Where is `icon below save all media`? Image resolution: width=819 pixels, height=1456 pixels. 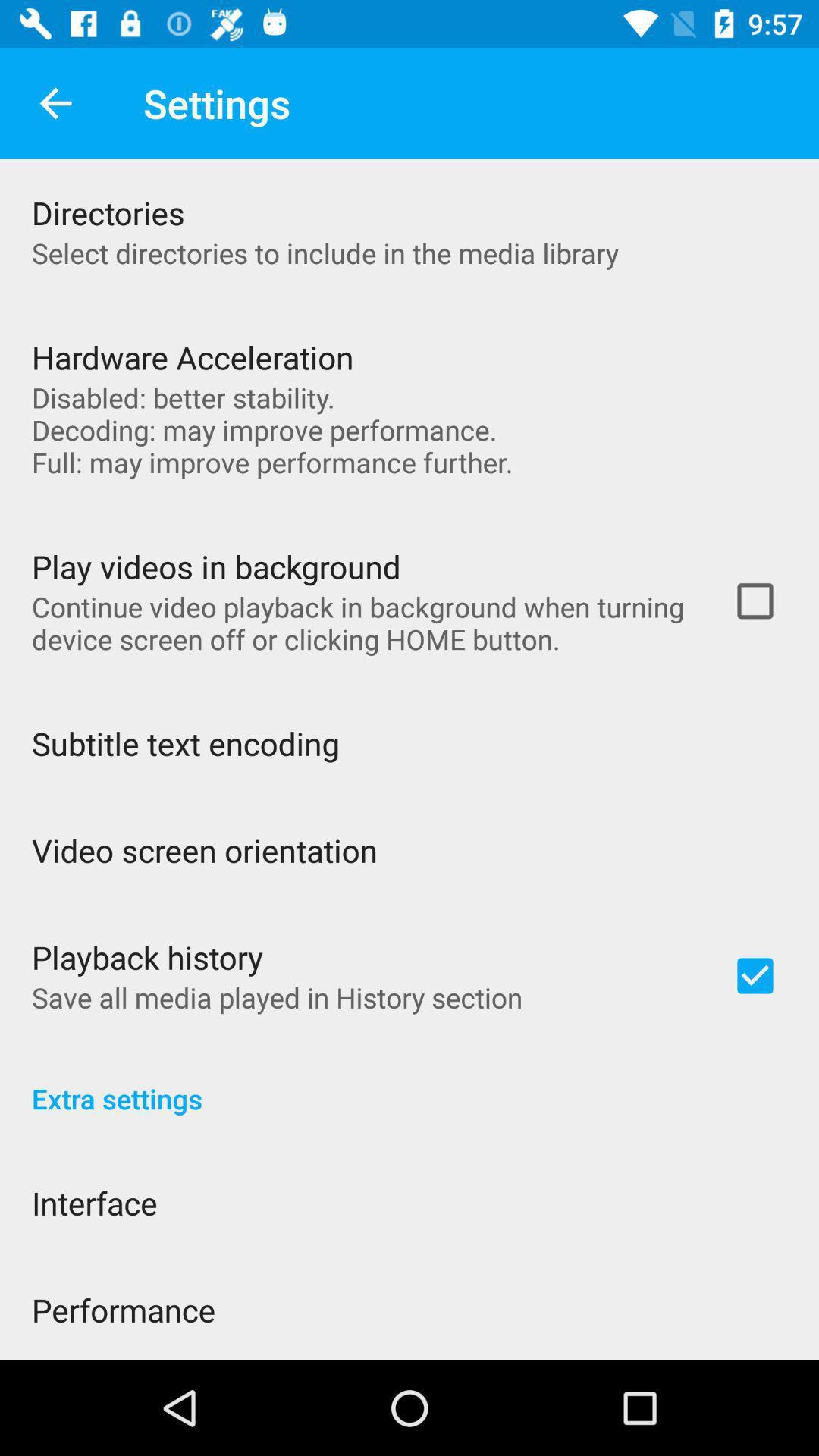 icon below save all media is located at coordinates (409, 1082).